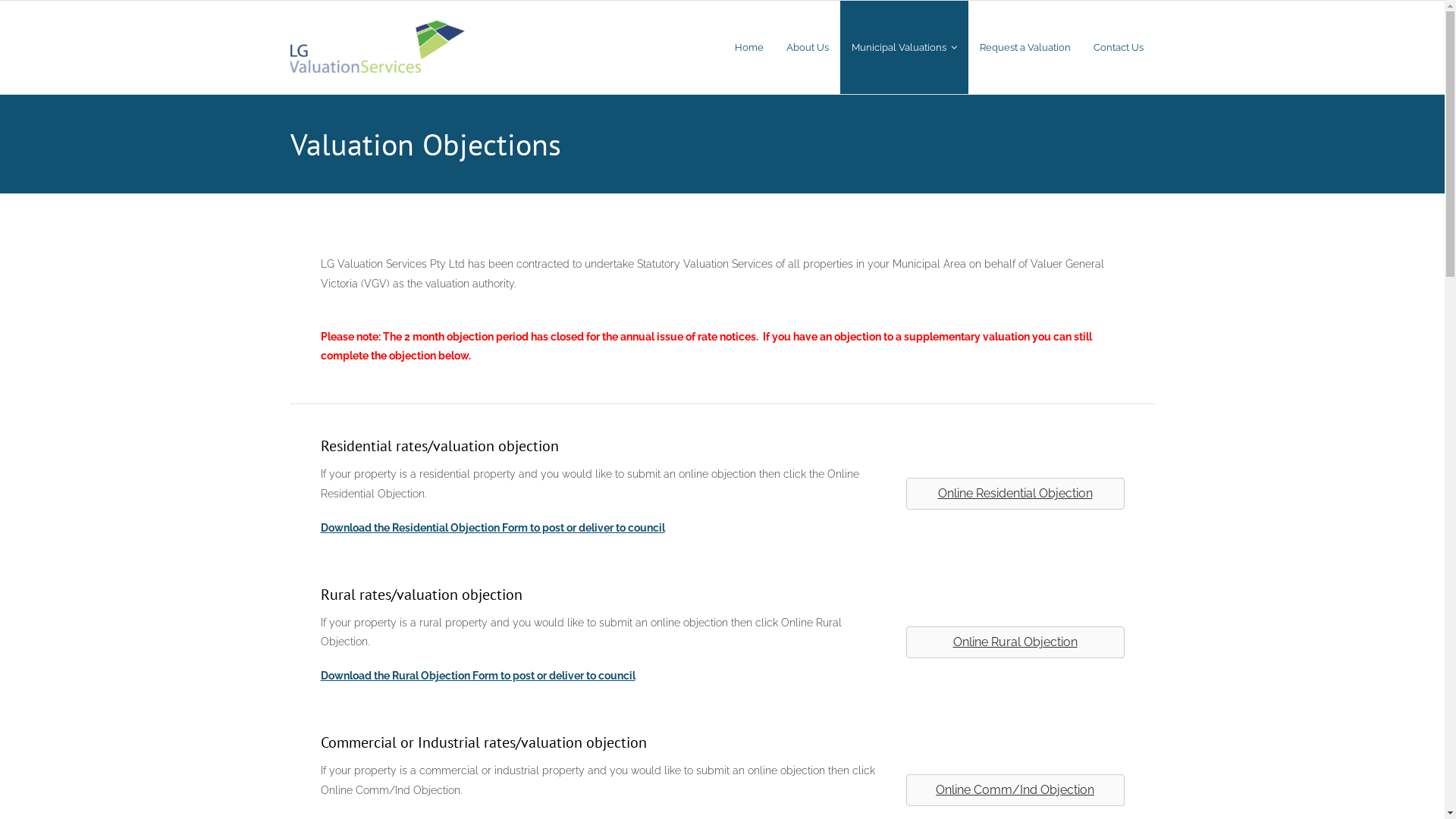 This screenshot has height=819, width=1456. What do you see at coordinates (967, 46) in the screenshot?
I see `'Request a Valuation'` at bounding box center [967, 46].